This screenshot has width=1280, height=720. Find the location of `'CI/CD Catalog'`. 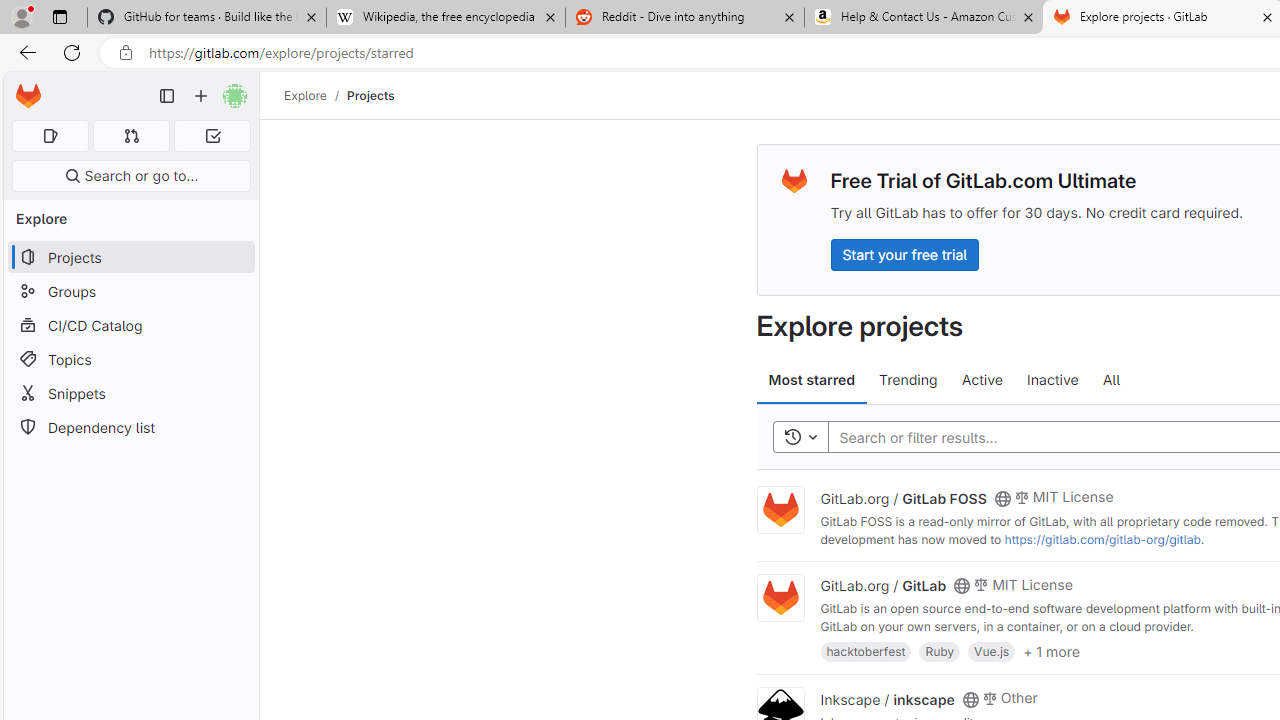

'CI/CD Catalog' is located at coordinates (130, 324).